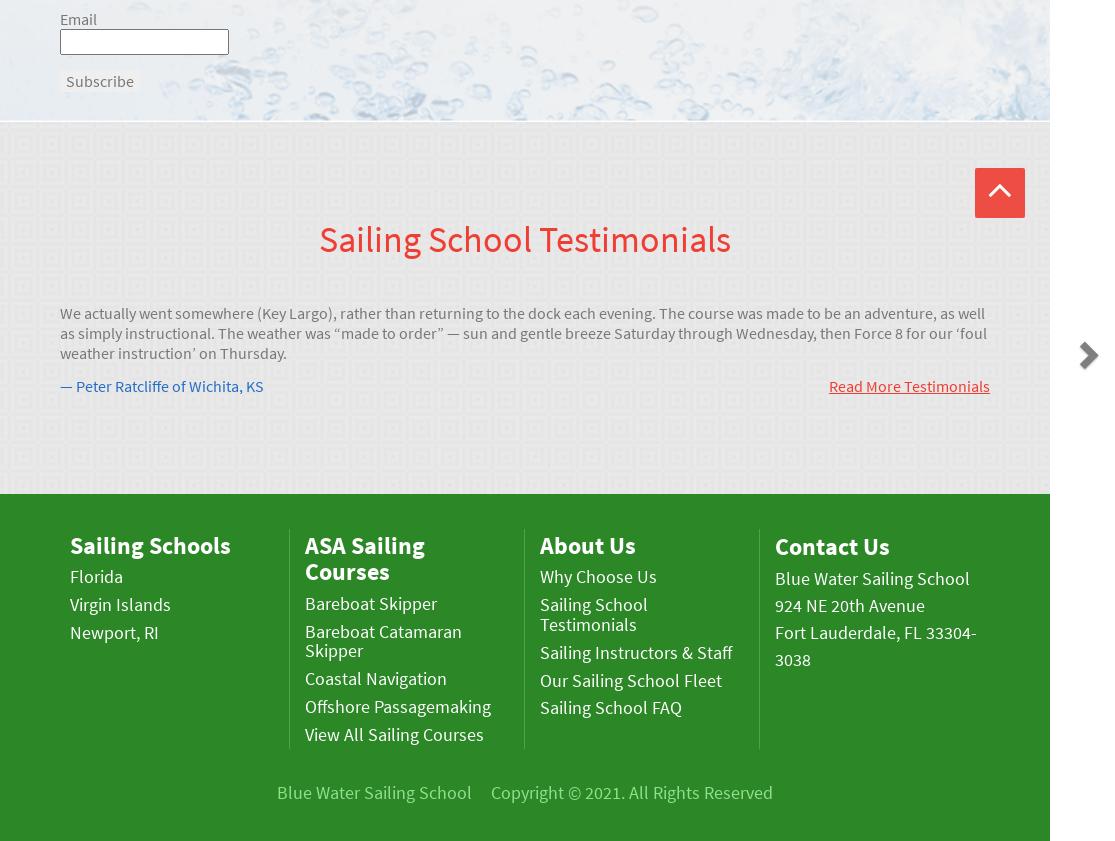  Describe the element at coordinates (848, 605) in the screenshot. I see `'924 NE 20th Avenue'` at that location.